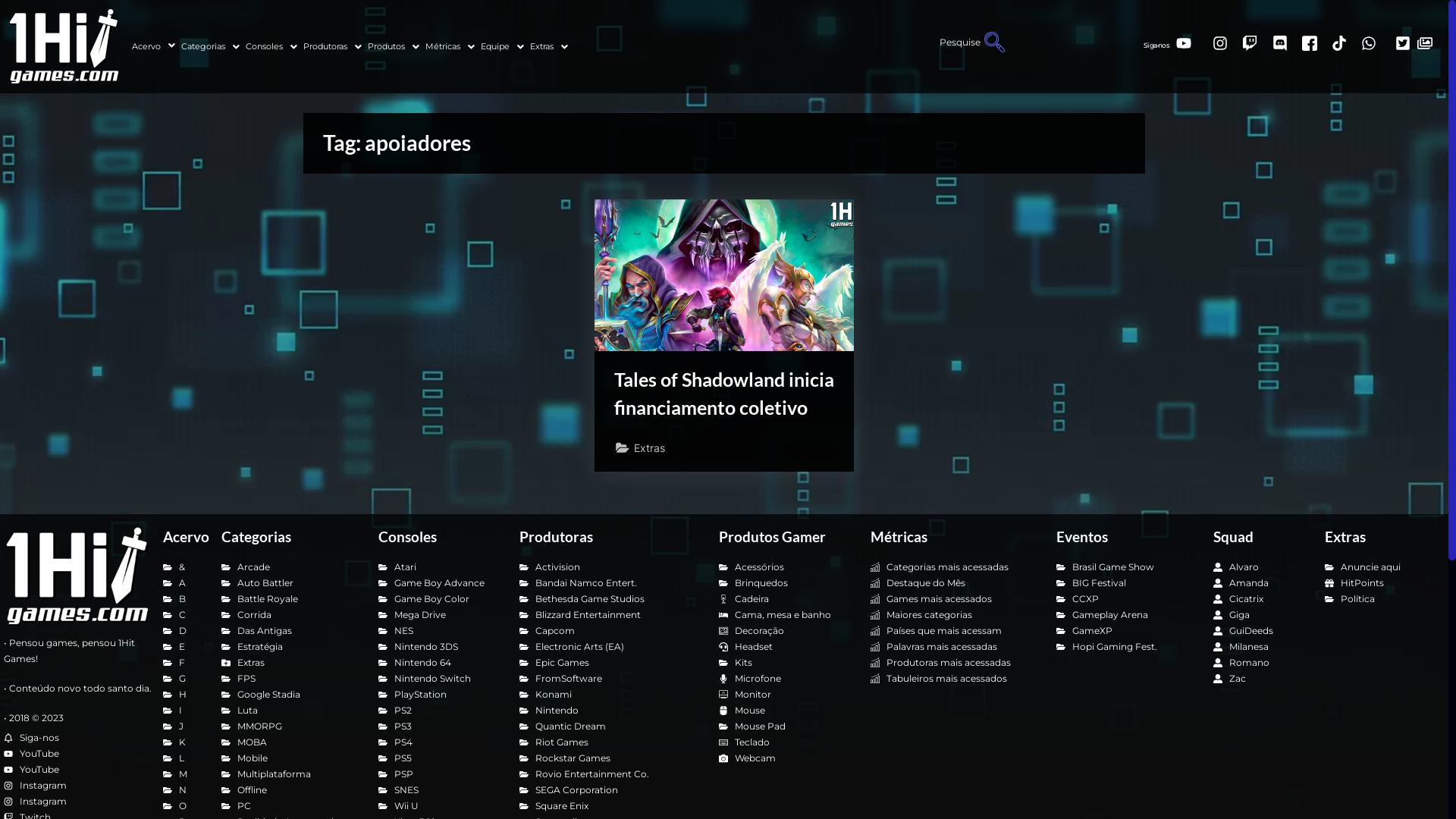 The height and width of the screenshot is (819, 1456). I want to click on 'Produtos Gamer', so click(772, 535).